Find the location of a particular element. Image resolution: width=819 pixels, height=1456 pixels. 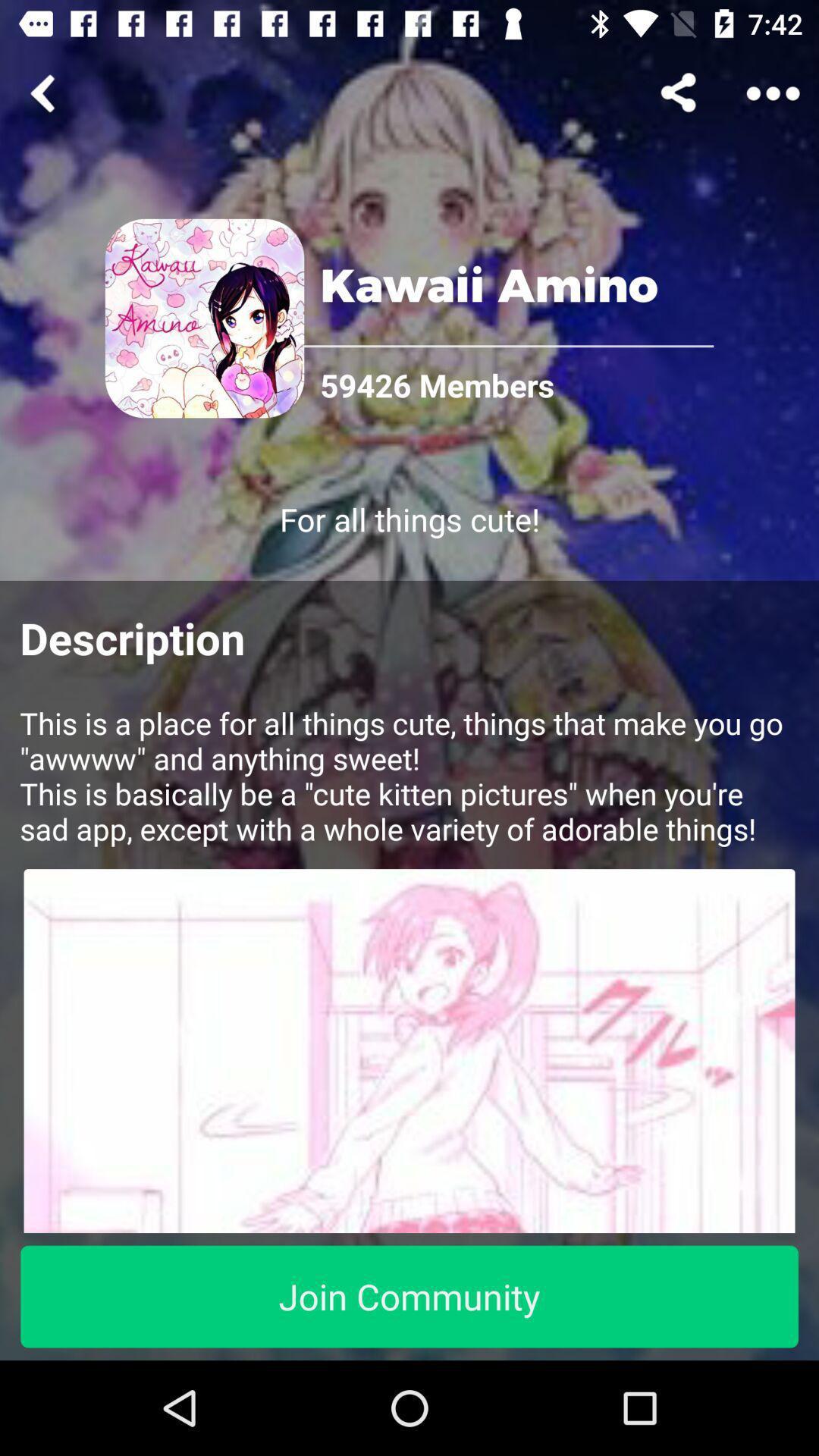

the arrow_backward icon is located at coordinates (45, 93).